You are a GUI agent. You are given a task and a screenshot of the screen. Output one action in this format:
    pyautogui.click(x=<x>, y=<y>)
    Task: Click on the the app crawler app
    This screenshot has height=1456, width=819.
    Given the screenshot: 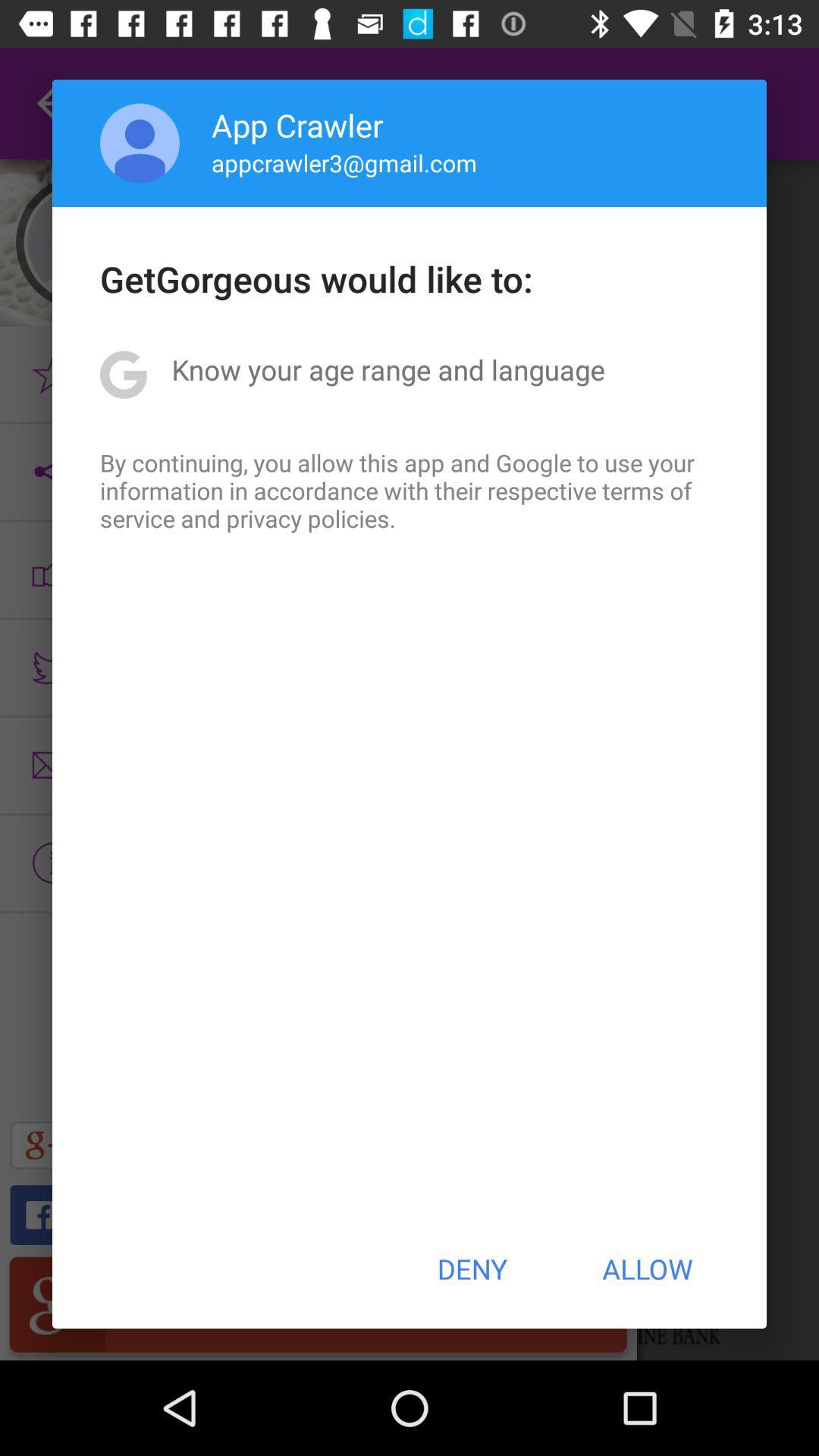 What is the action you would take?
    pyautogui.click(x=297, y=124)
    